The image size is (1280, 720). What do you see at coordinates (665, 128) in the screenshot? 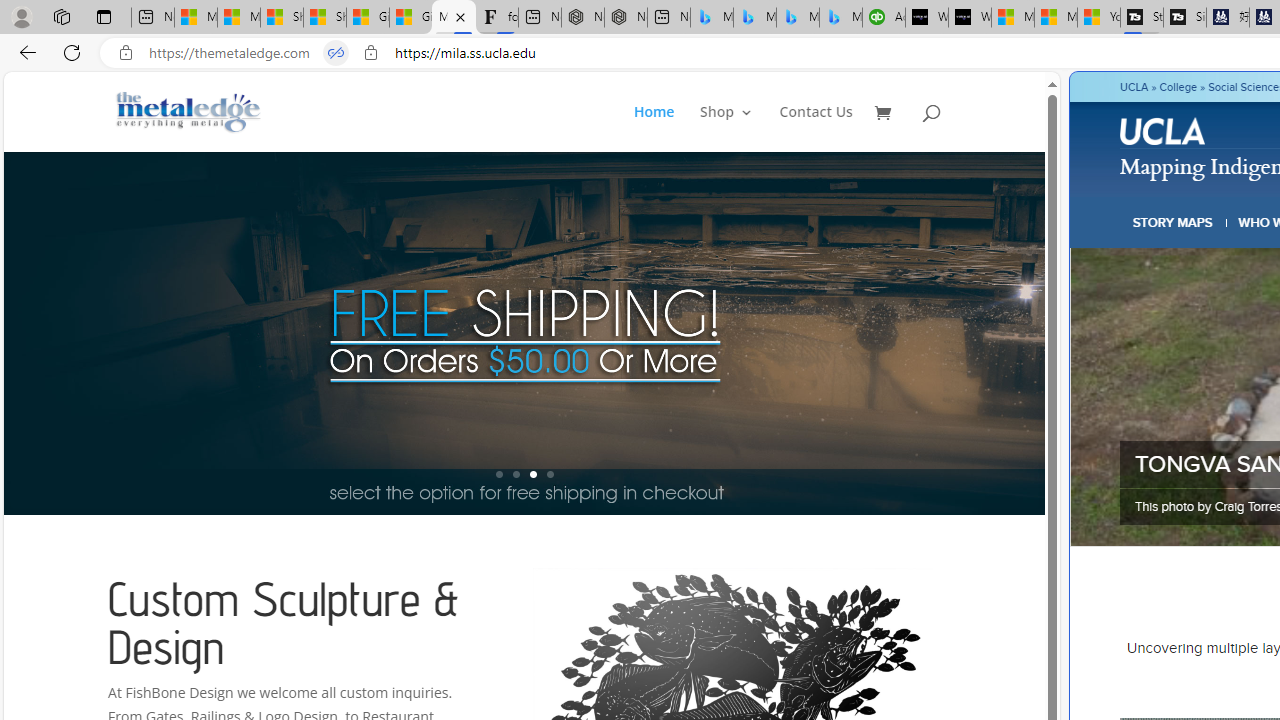
I see `'Home'` at bounding box center [665, 128].